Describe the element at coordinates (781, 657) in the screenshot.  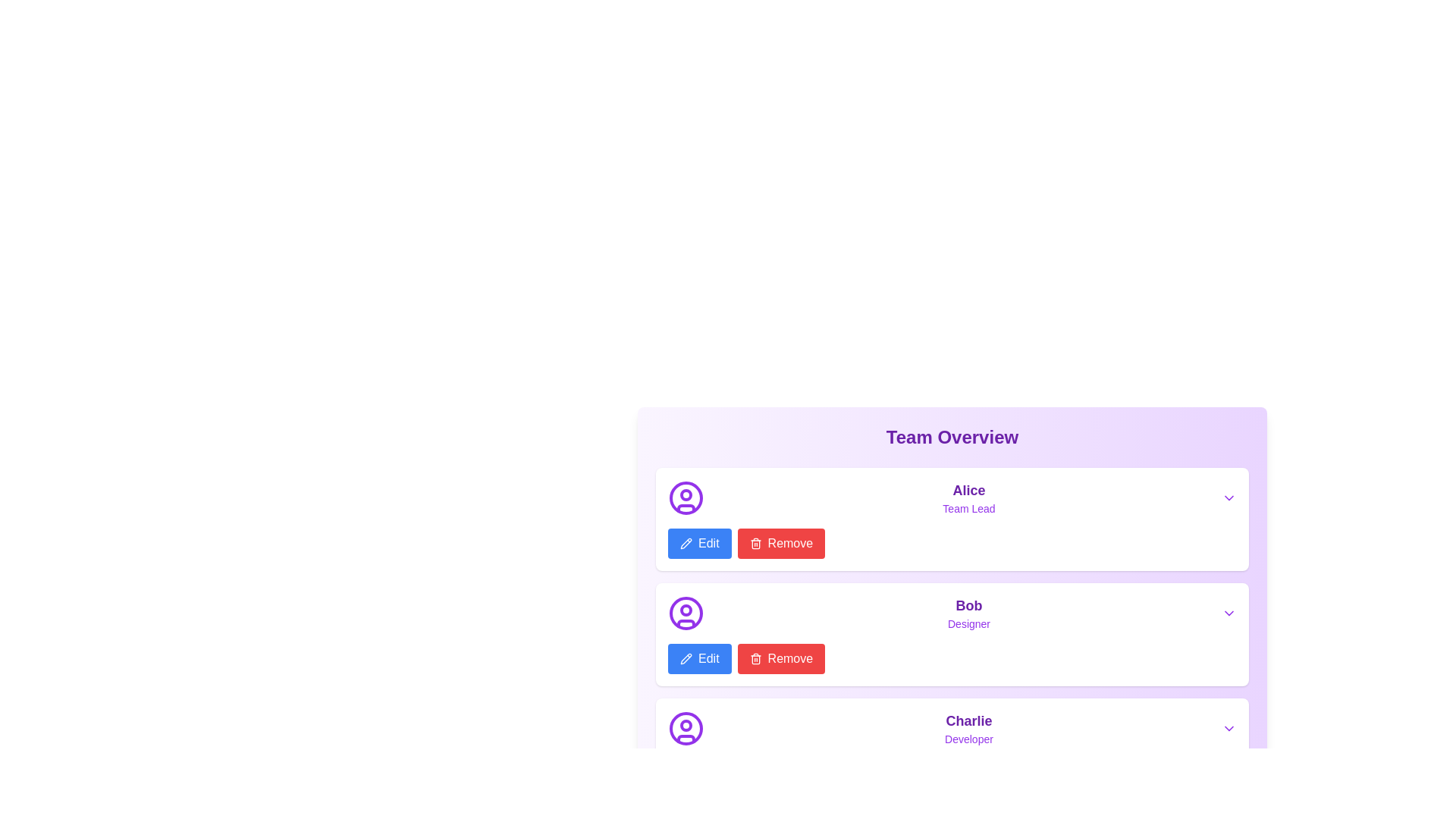
I see `the 'remove' button located in the 'Team Overview' section` at that location.